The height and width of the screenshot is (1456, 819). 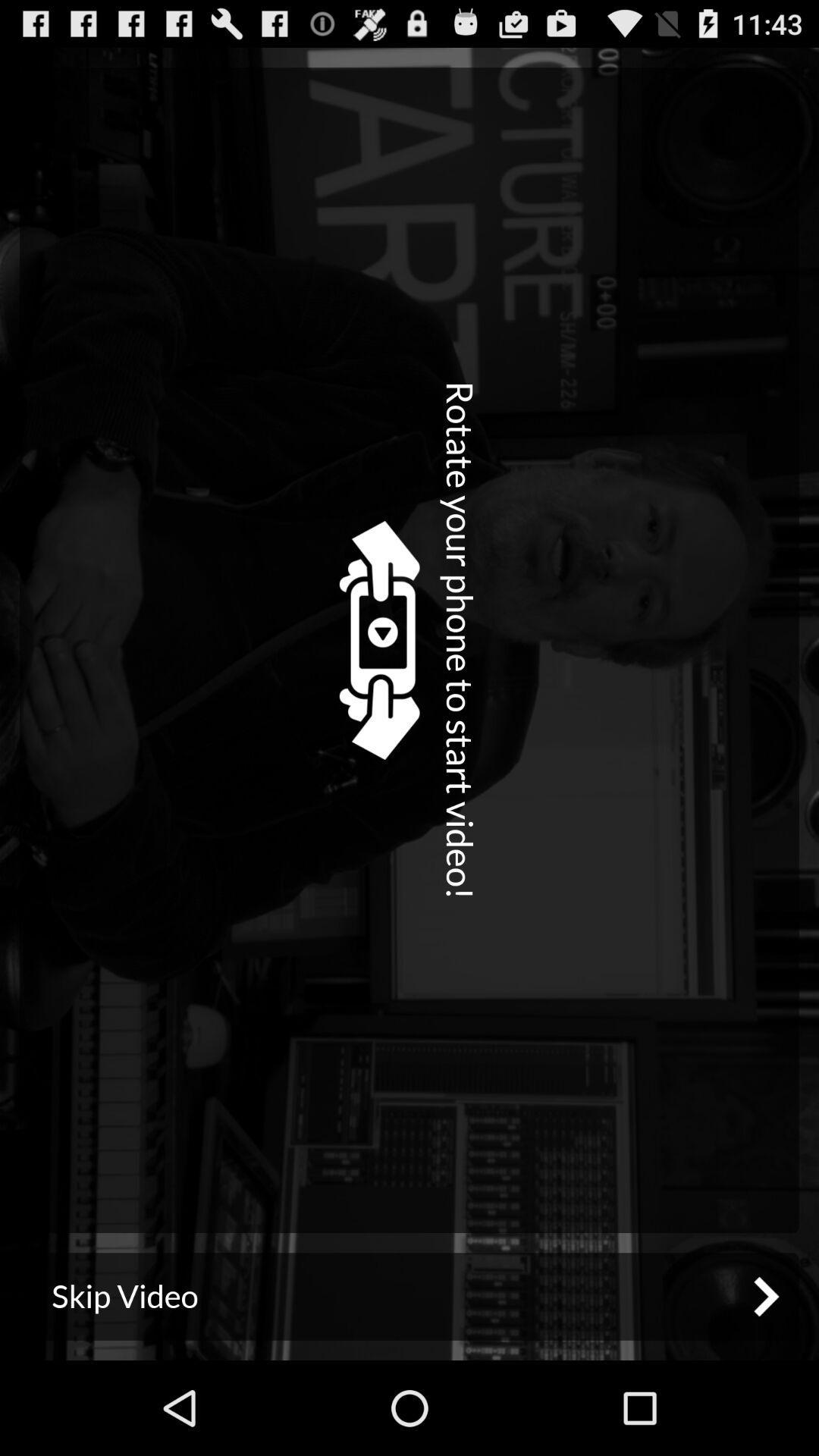 I want to click on skip video icon, so click(x=409, y=1295).